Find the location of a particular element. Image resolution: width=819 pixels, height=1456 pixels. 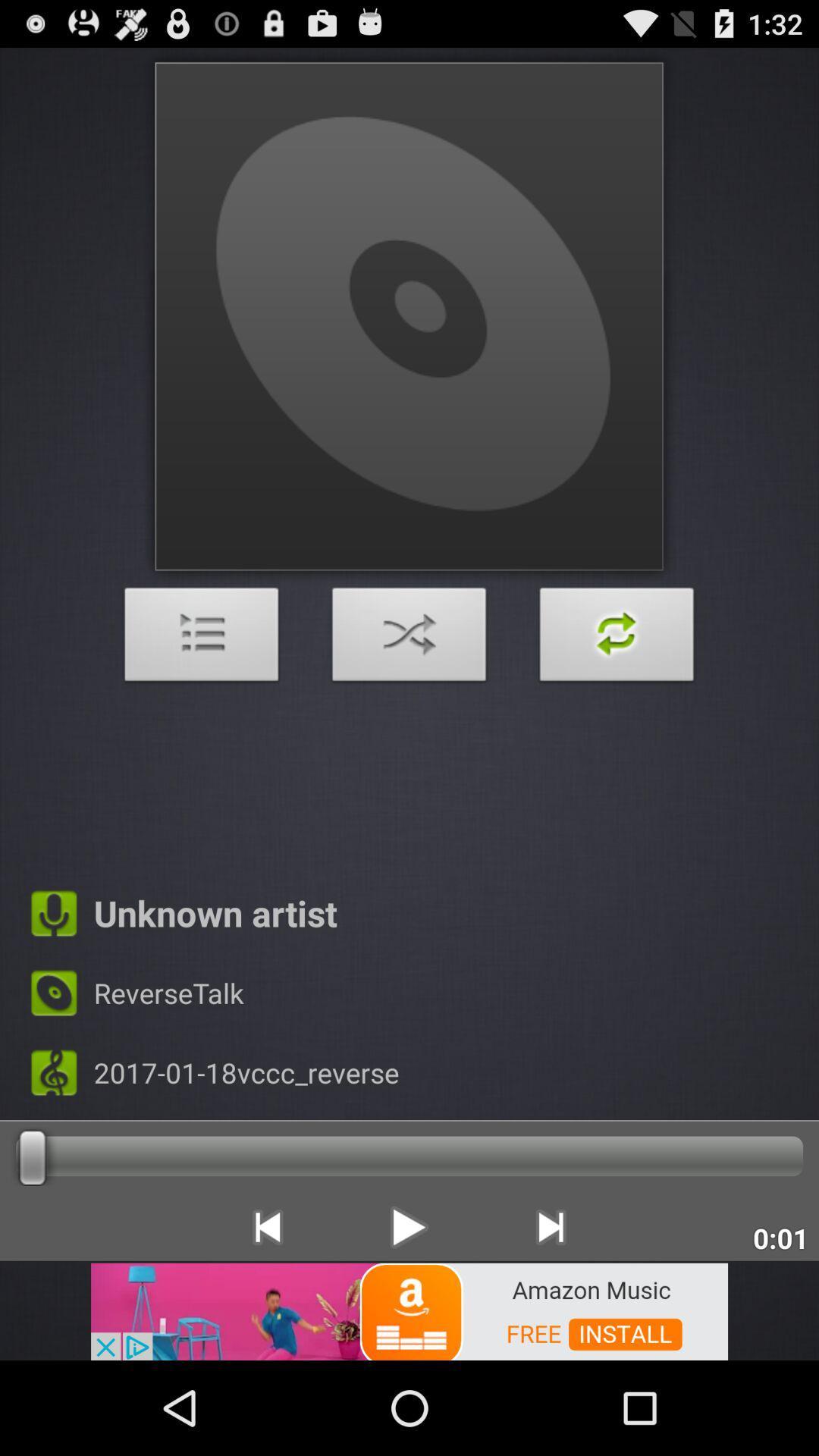

the menu is located at coordinates (201, 639).